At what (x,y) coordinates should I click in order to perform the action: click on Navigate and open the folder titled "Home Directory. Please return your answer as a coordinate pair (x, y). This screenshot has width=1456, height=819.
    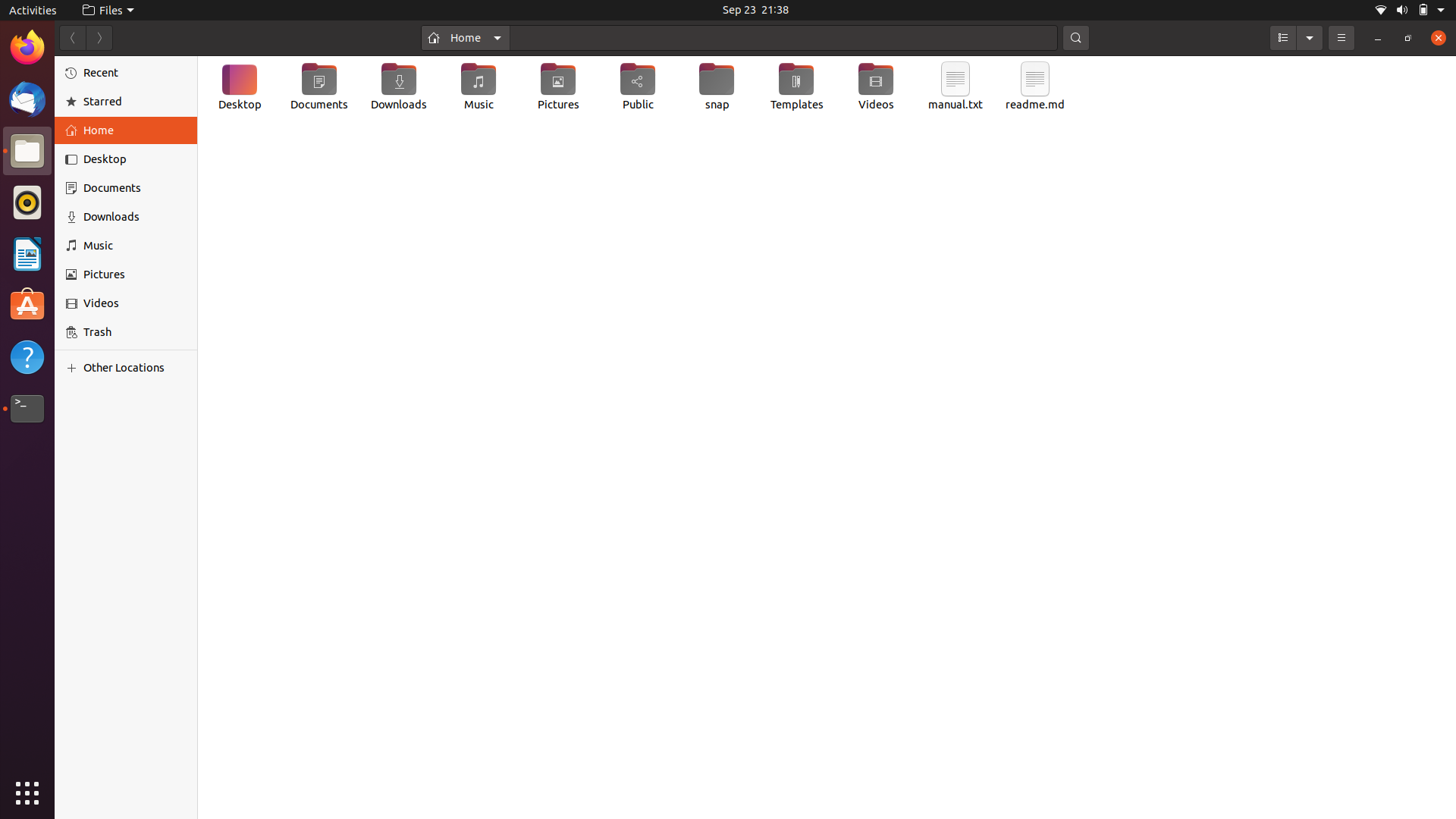
    Looking at the image, I should click on (464, 36).